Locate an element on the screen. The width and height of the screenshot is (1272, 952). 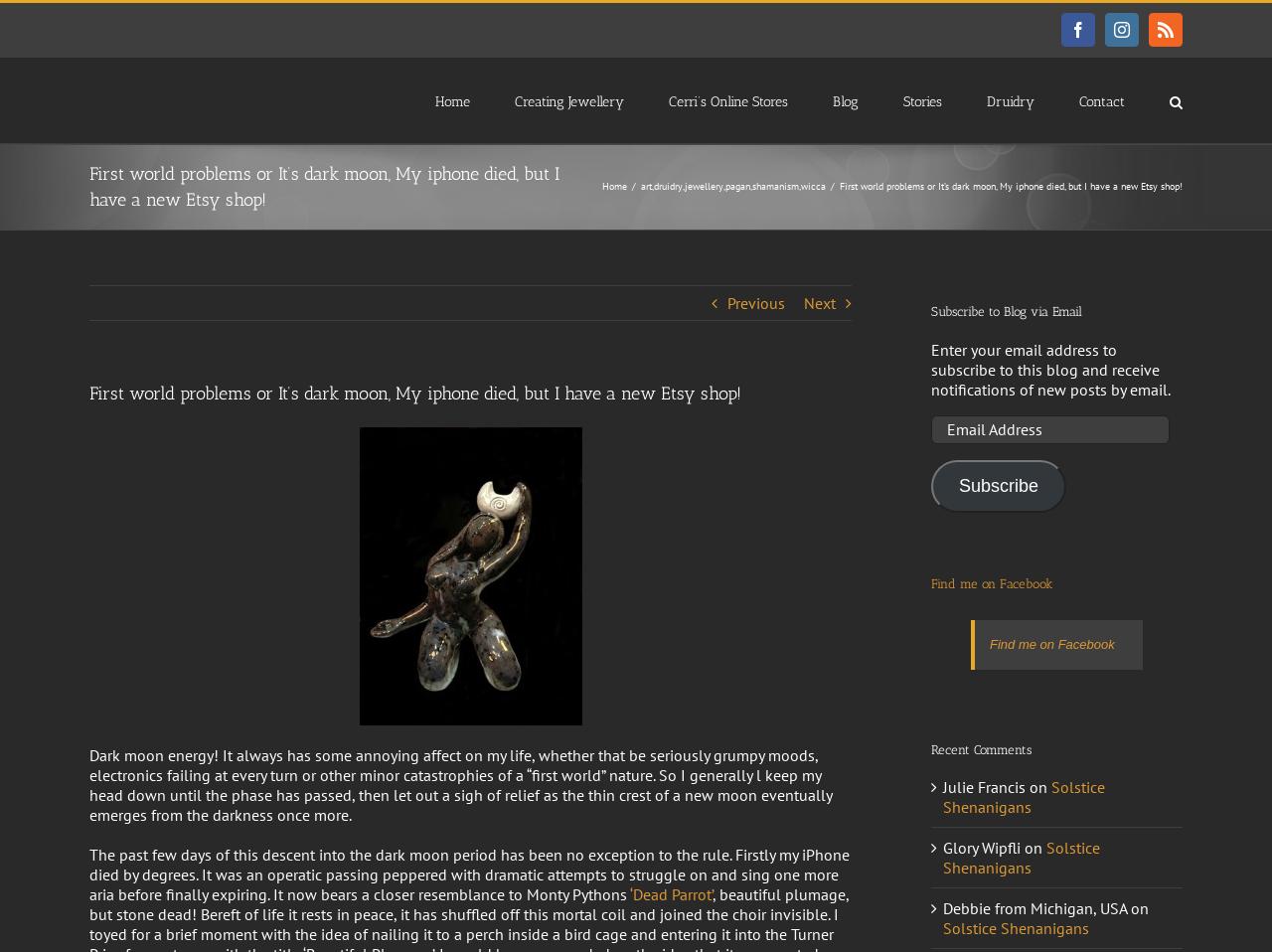
'Creating Jewellery' is located at coordinates (568, 100).